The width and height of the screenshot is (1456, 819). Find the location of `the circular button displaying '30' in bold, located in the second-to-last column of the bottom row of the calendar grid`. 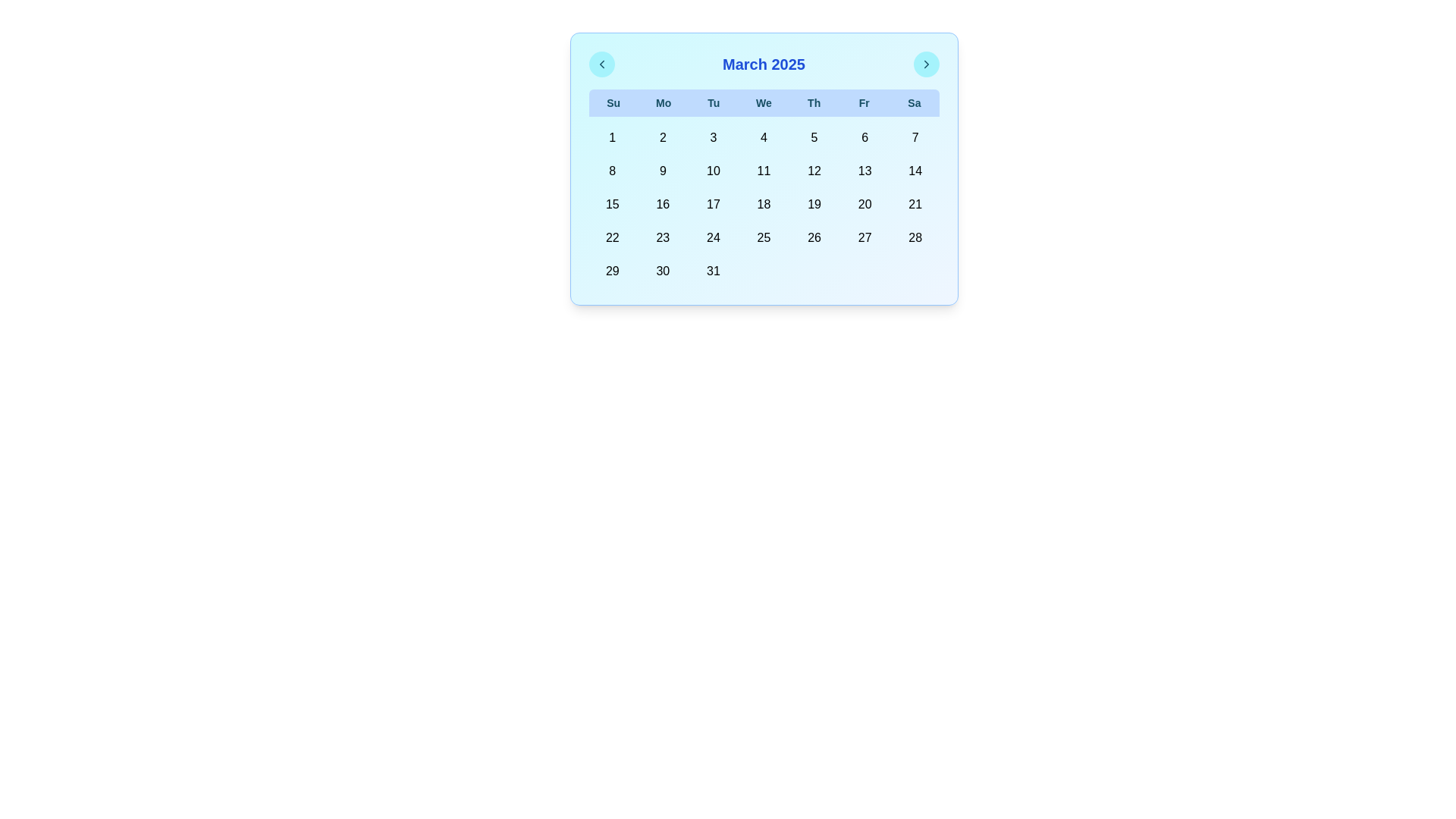

the circular button displaying '30' in bold, located in the second-to-last column of the bottom row of the calendar grid is located at coordinates (662, 271).